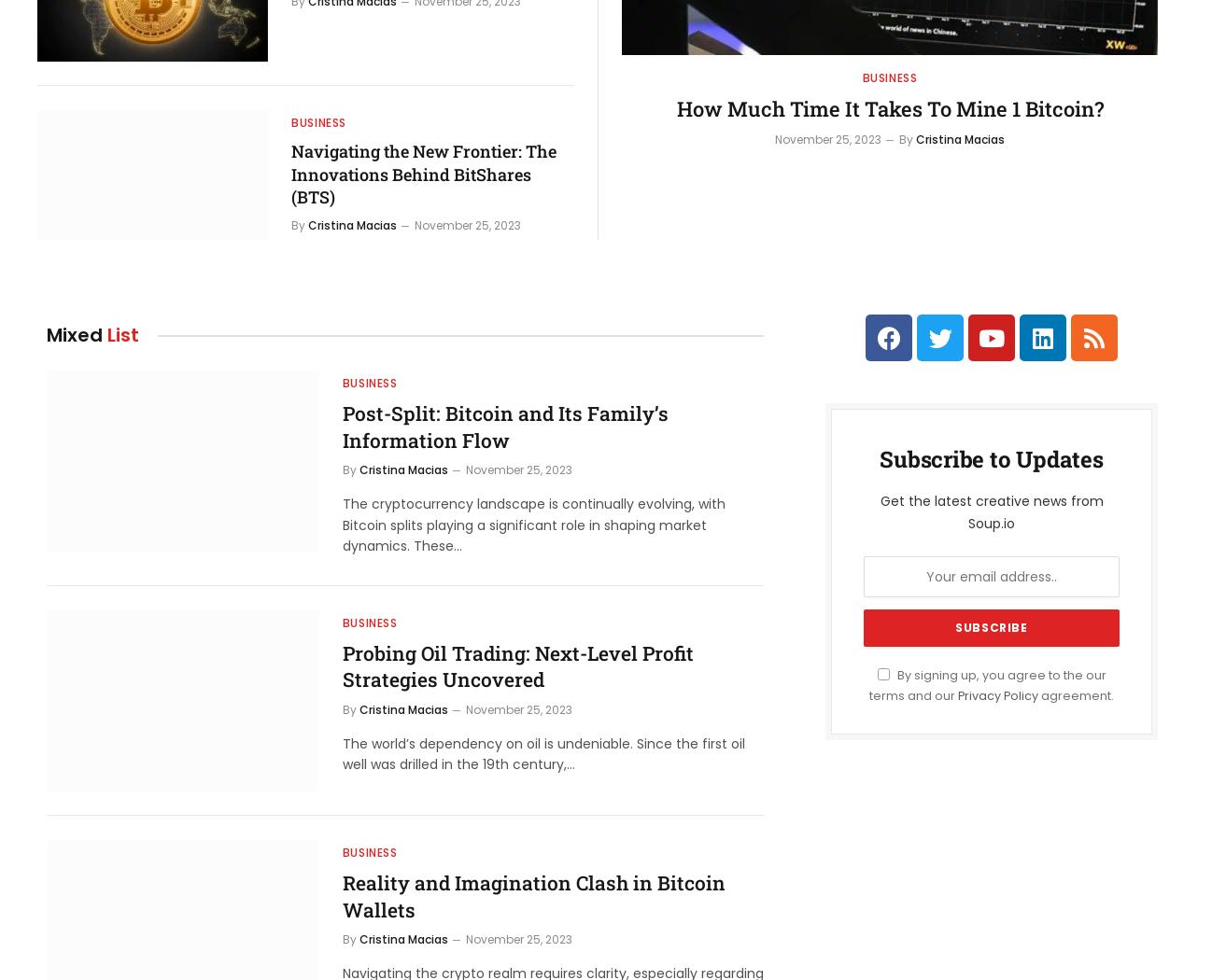  Describe the element at coordinates (997, 693) in the screenshot. I see `'Privacy Policy'` at that location.